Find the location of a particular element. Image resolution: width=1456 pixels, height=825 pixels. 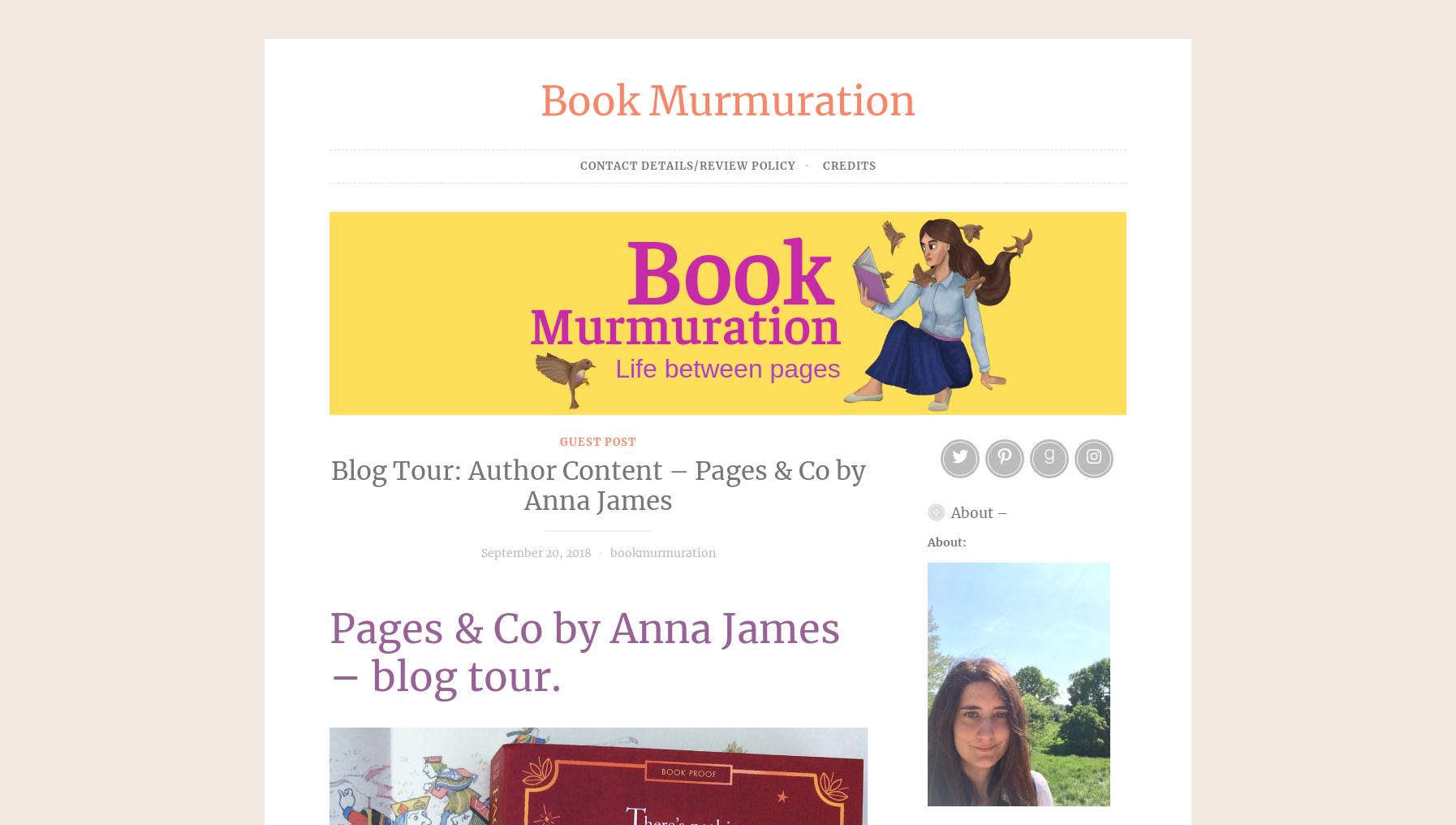

'Book Murmuration' is located at coordinates (728, 101).